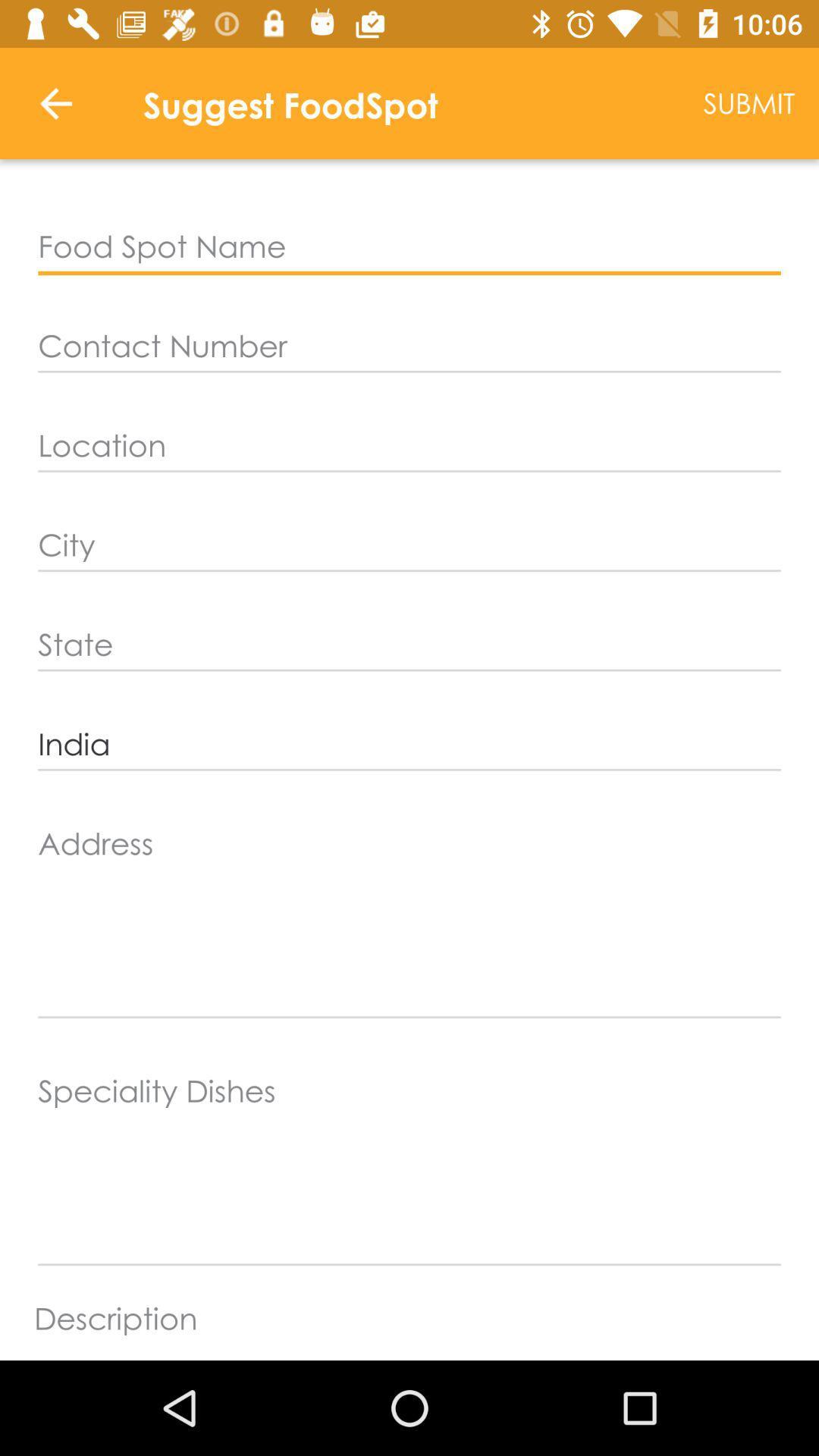  I want to click on icon at the top left corner, so click(55, 102).